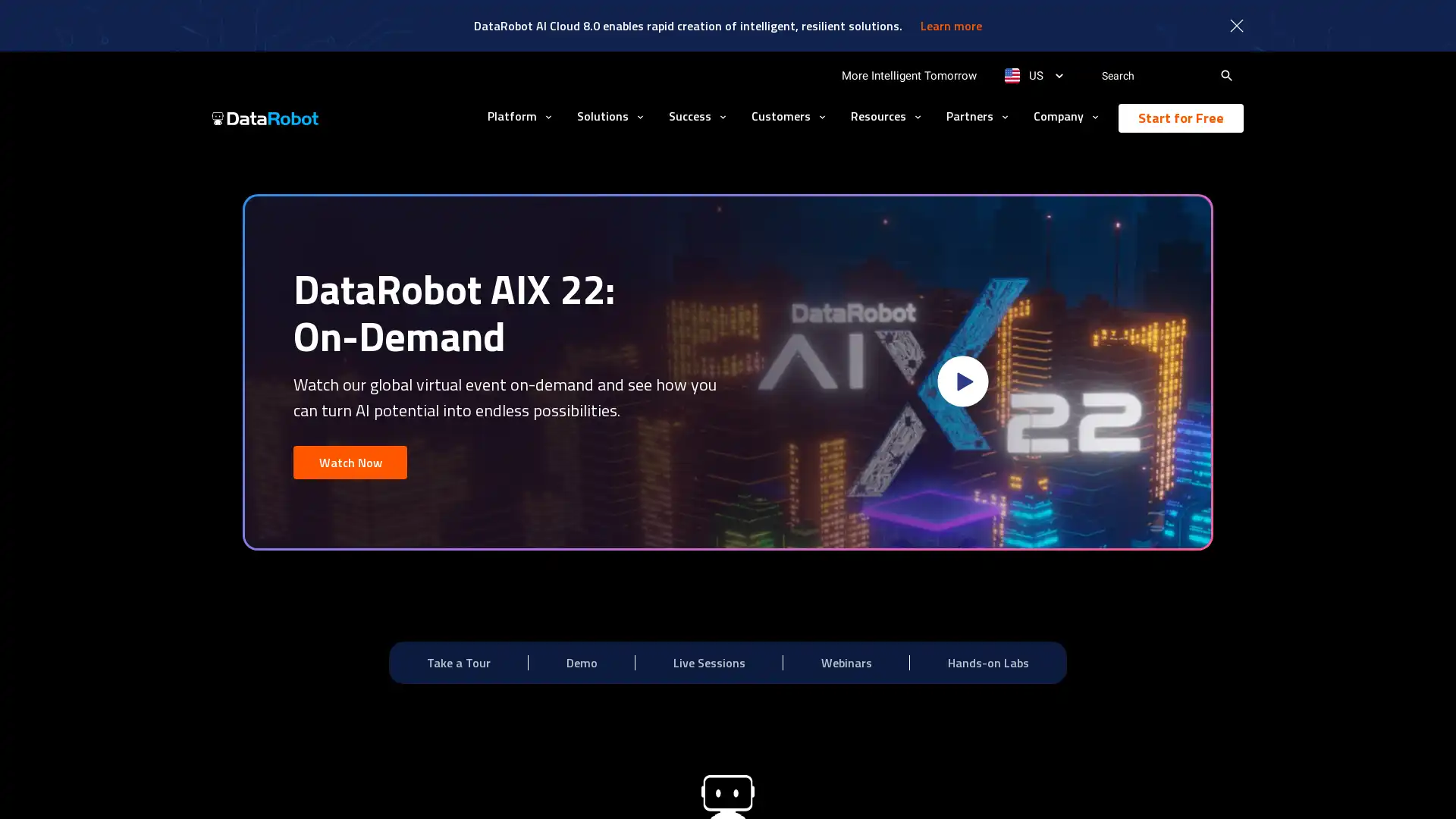  What do you see at coordinates (1166, 785) in the screenshot?
I see `Close` at bounding box center [1166, 785].